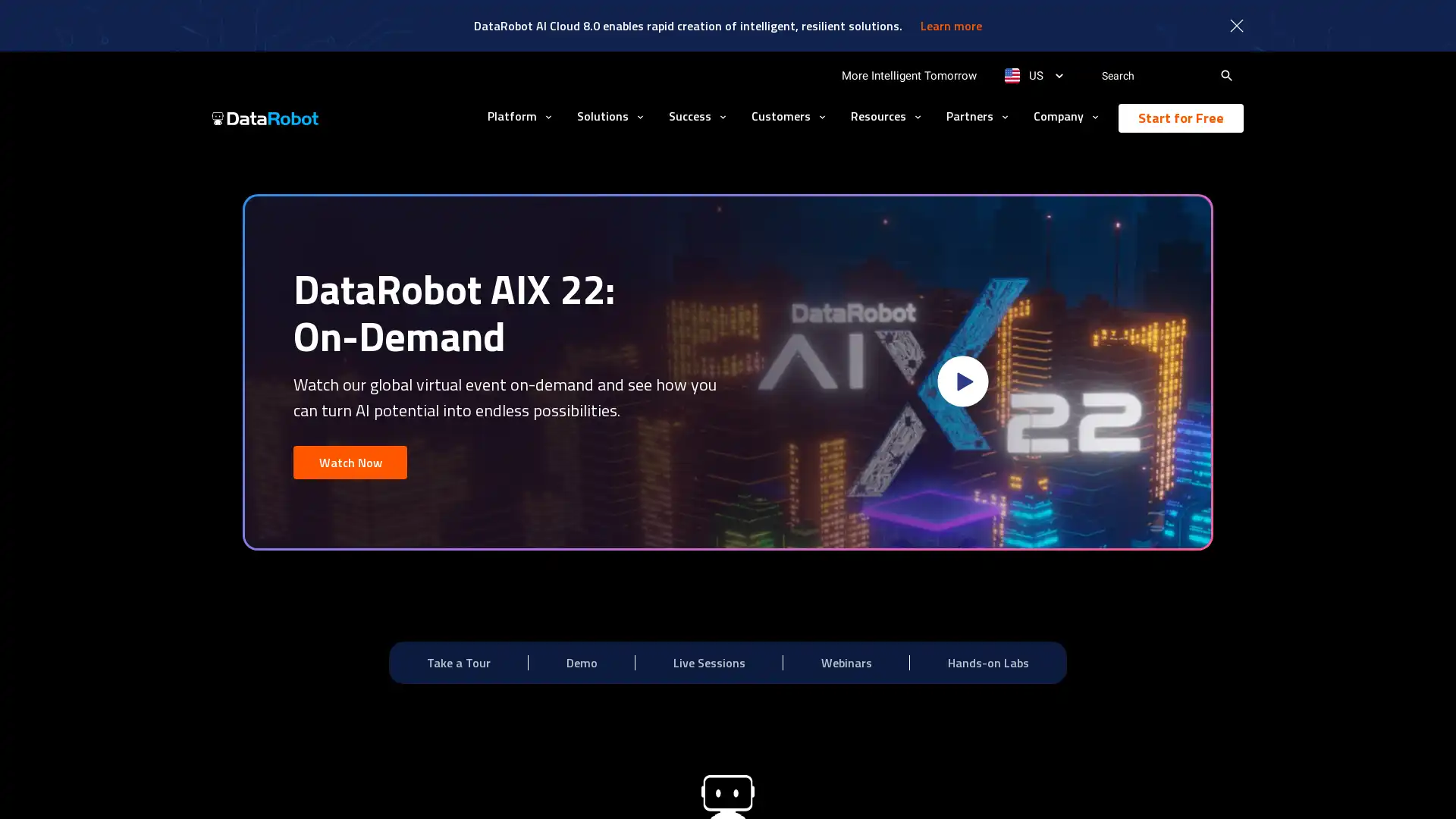  What do you see at coordinates (1166, 785) in the screenshot?
I see `Close` at bounding box center [1166, 785].